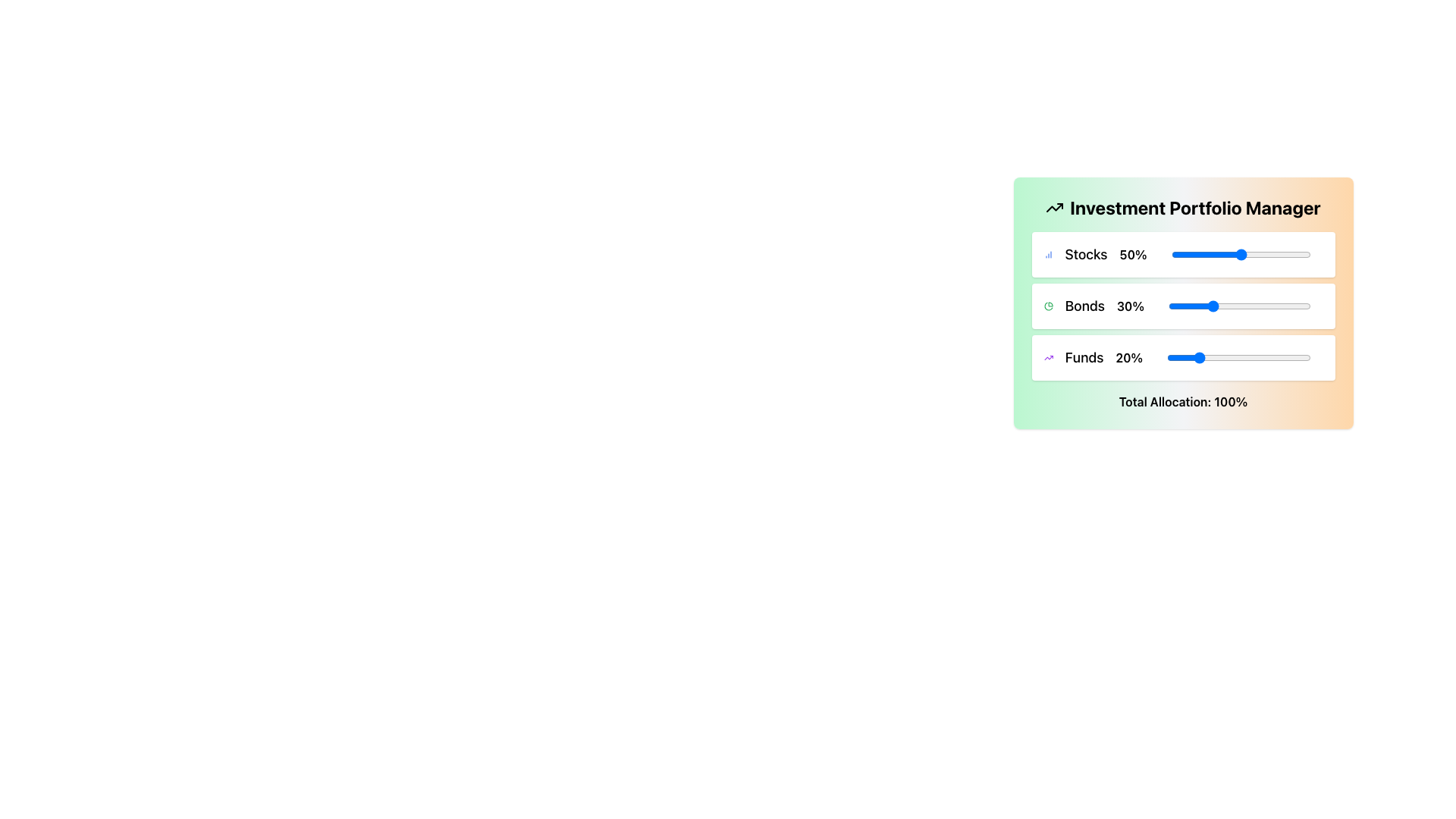 This screenshot has width=1456, height=819. What do you see at coordinates (1241, 253) in the screenshot?
I see `the horizontal range slider located under the title 'Stocks' and percentage '50%'` at bounding box center [1241, 253].